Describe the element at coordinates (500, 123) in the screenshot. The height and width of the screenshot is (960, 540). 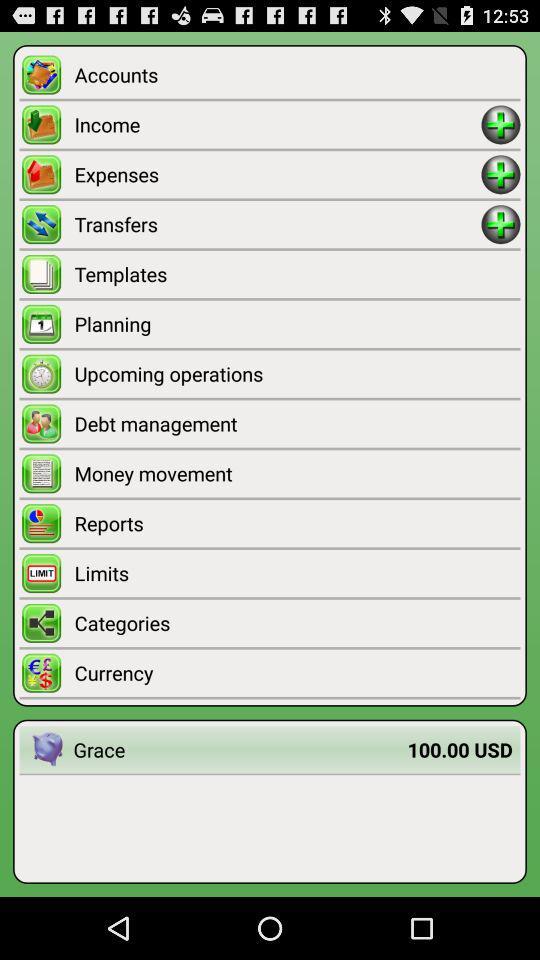
I see `income` at that location.